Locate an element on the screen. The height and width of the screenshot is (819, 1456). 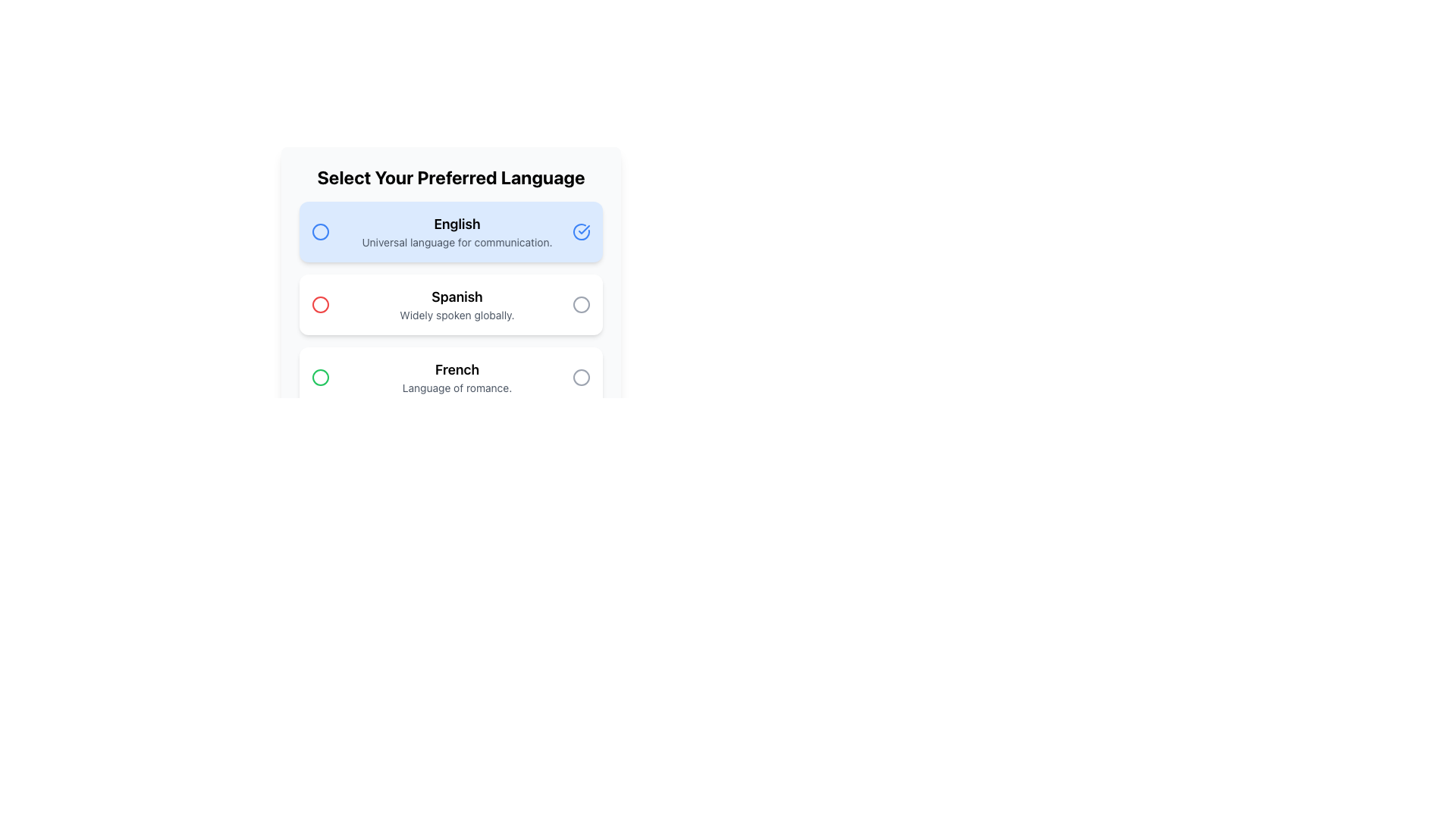
the graphical circle indicator is located at coordinates (581, 304).